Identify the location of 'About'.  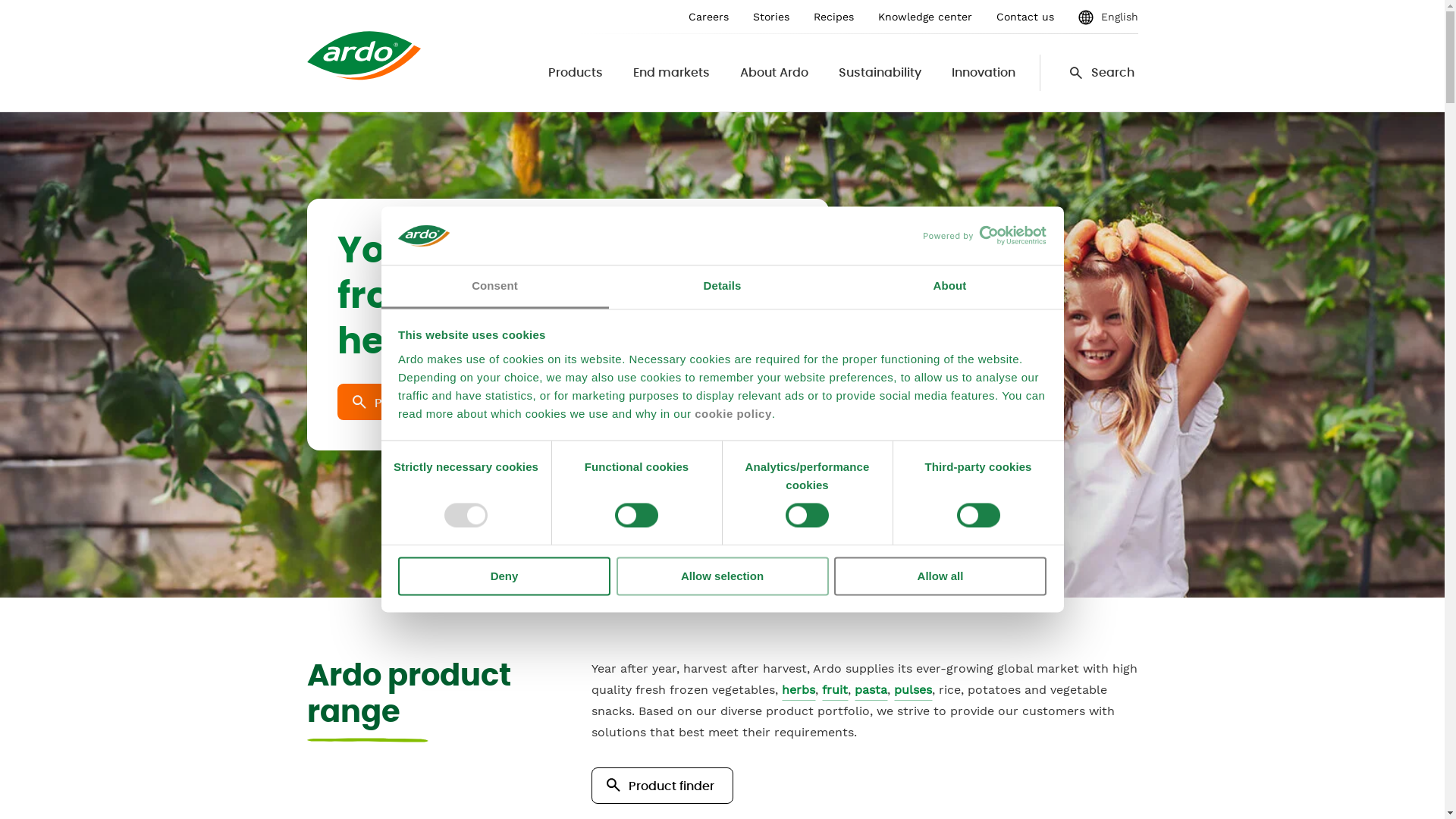
(949, 287).